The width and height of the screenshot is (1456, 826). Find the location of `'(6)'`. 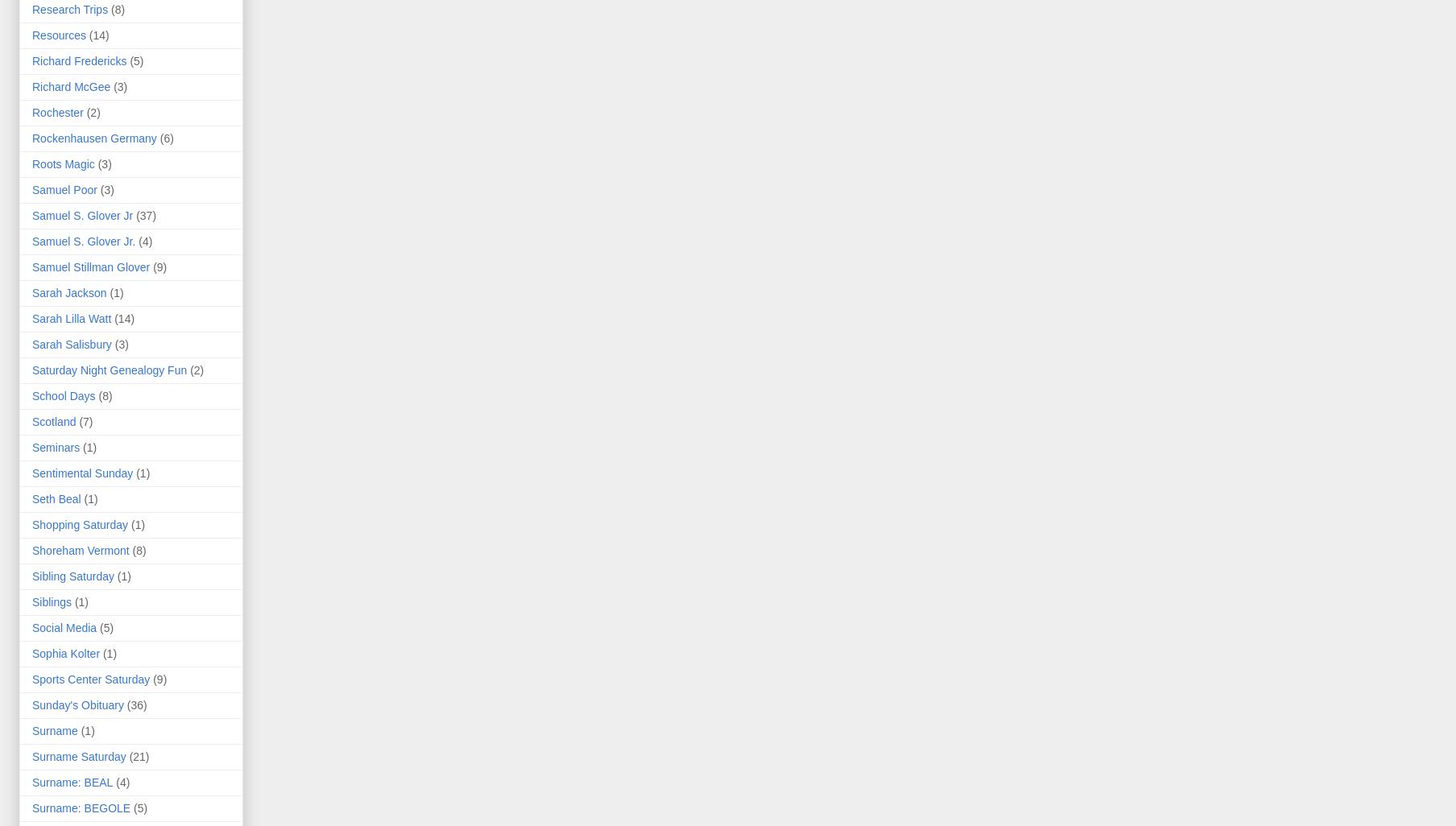

'(6)' is located at coordinates (166, 137).